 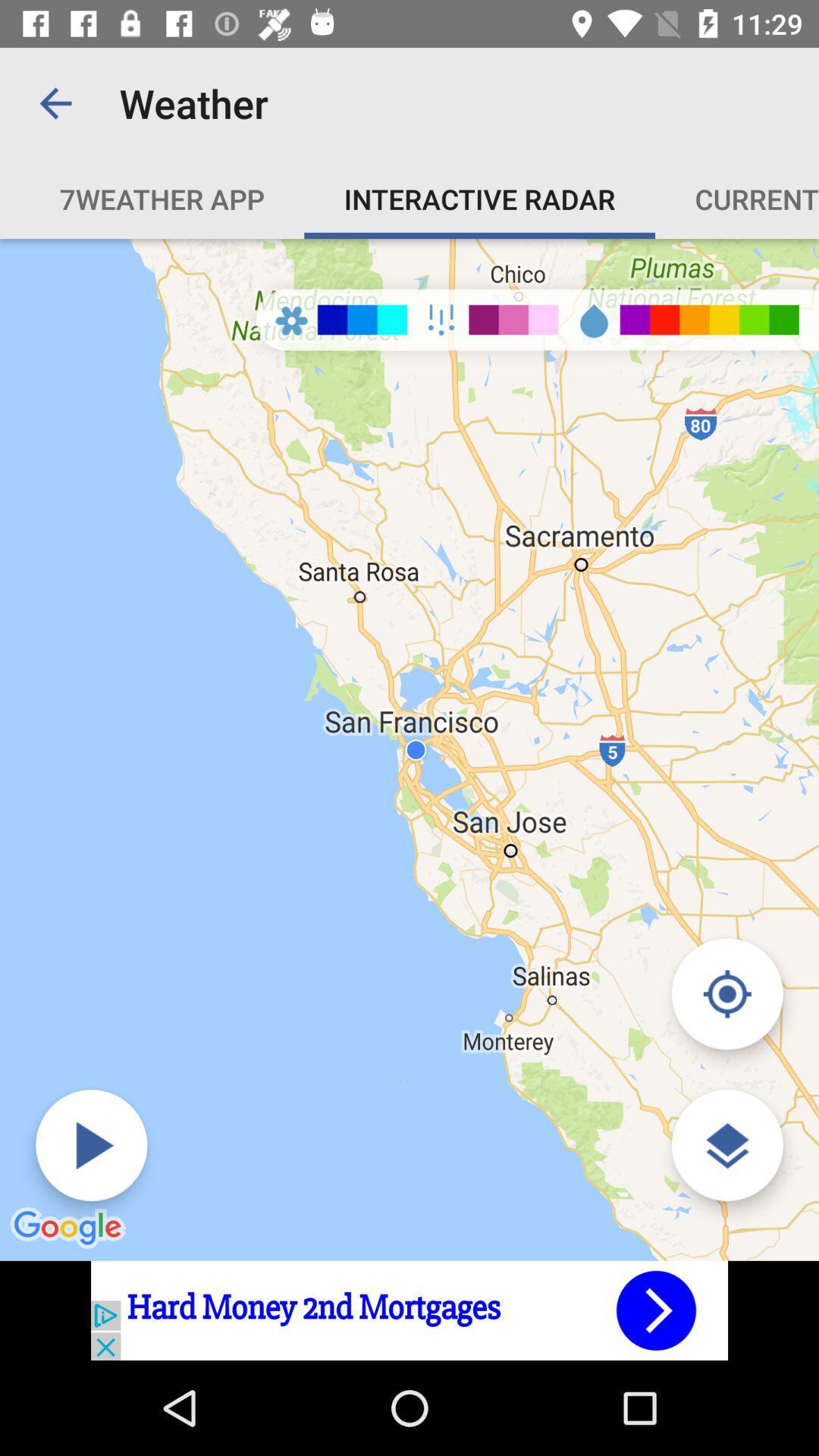 What do you see at coordinates (726, 993) in the screenshot?
I see `show your location` at bounding box center [726, 993].